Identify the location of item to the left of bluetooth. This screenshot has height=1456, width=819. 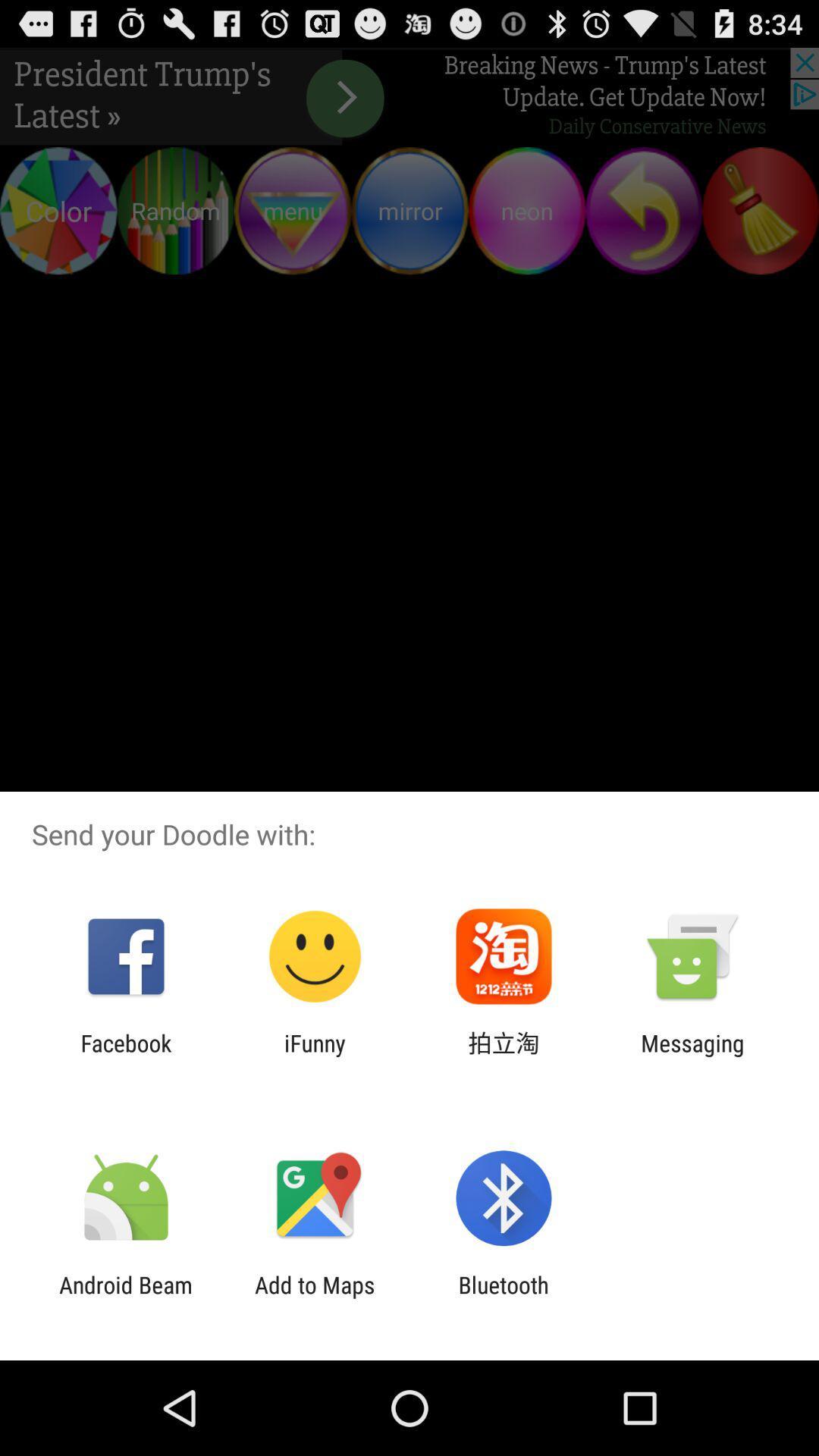
(314, 1298).